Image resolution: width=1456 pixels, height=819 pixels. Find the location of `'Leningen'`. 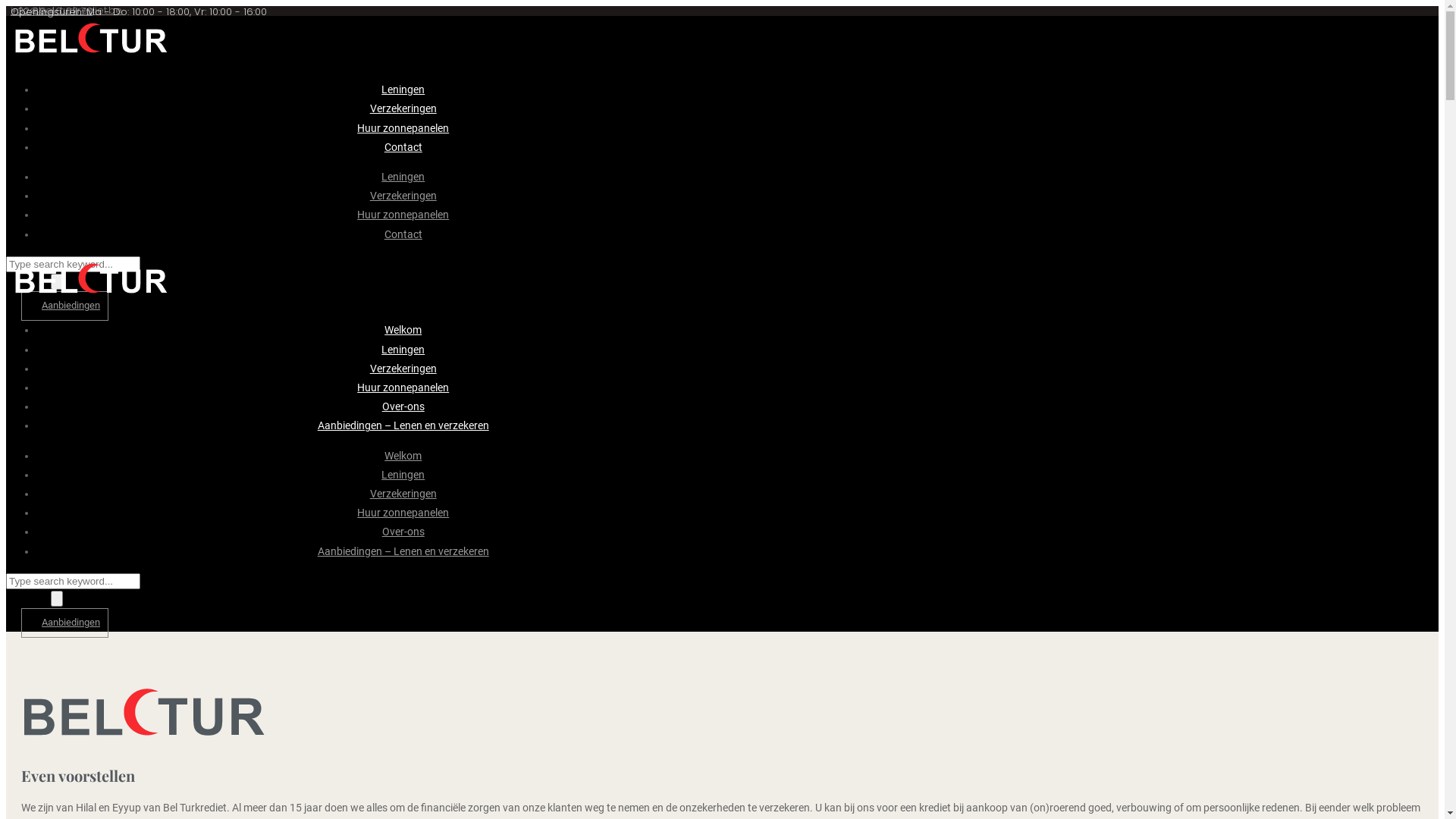

'Leningen' is located at coordinates (403, 350).